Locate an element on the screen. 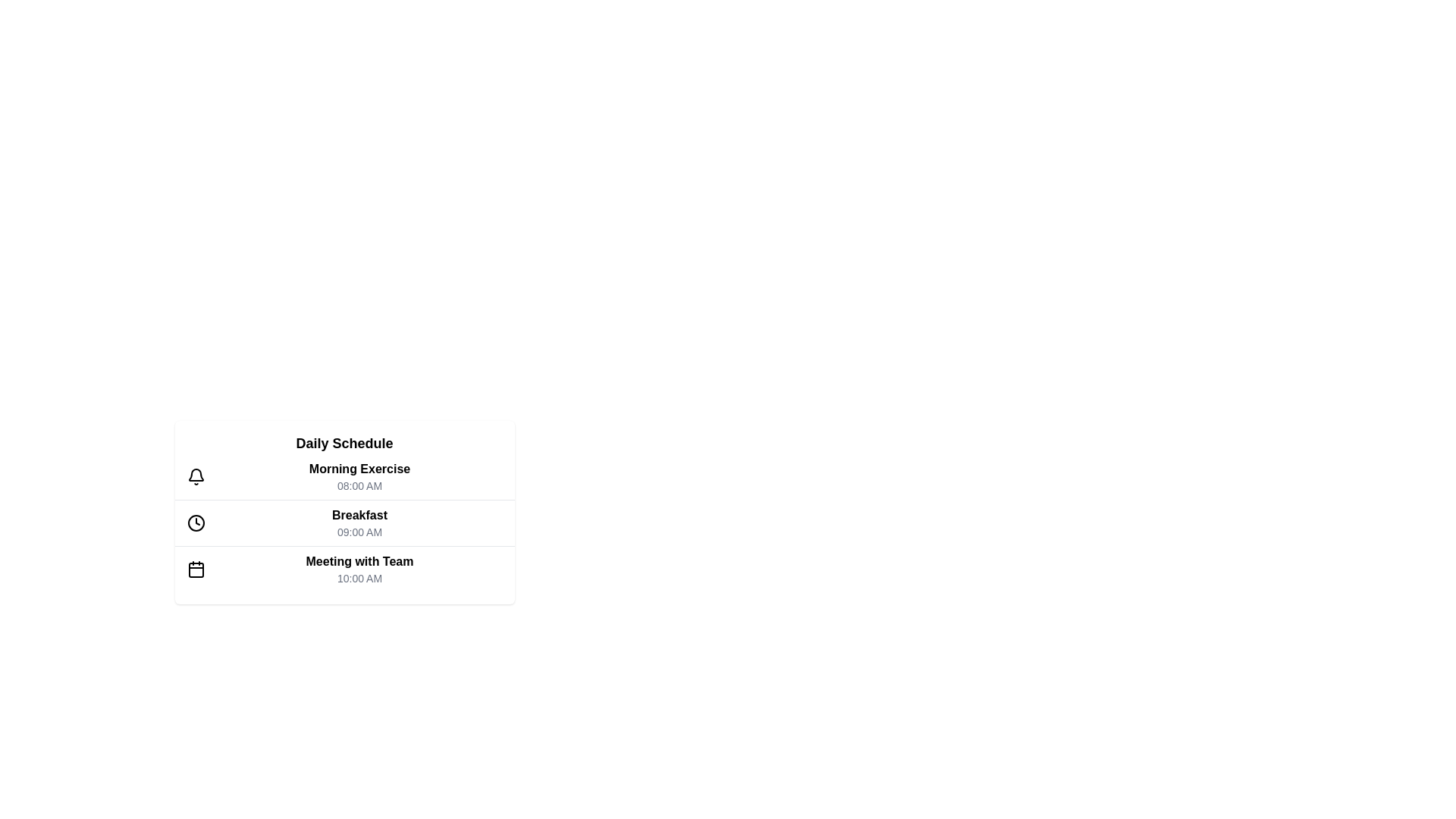 This screenshot has width=1456, height=819. the second informational list item in the 'Daily Schedule' section that displays 'Breakfast' at '09:00 AM' is located at coordinates (344, 512).